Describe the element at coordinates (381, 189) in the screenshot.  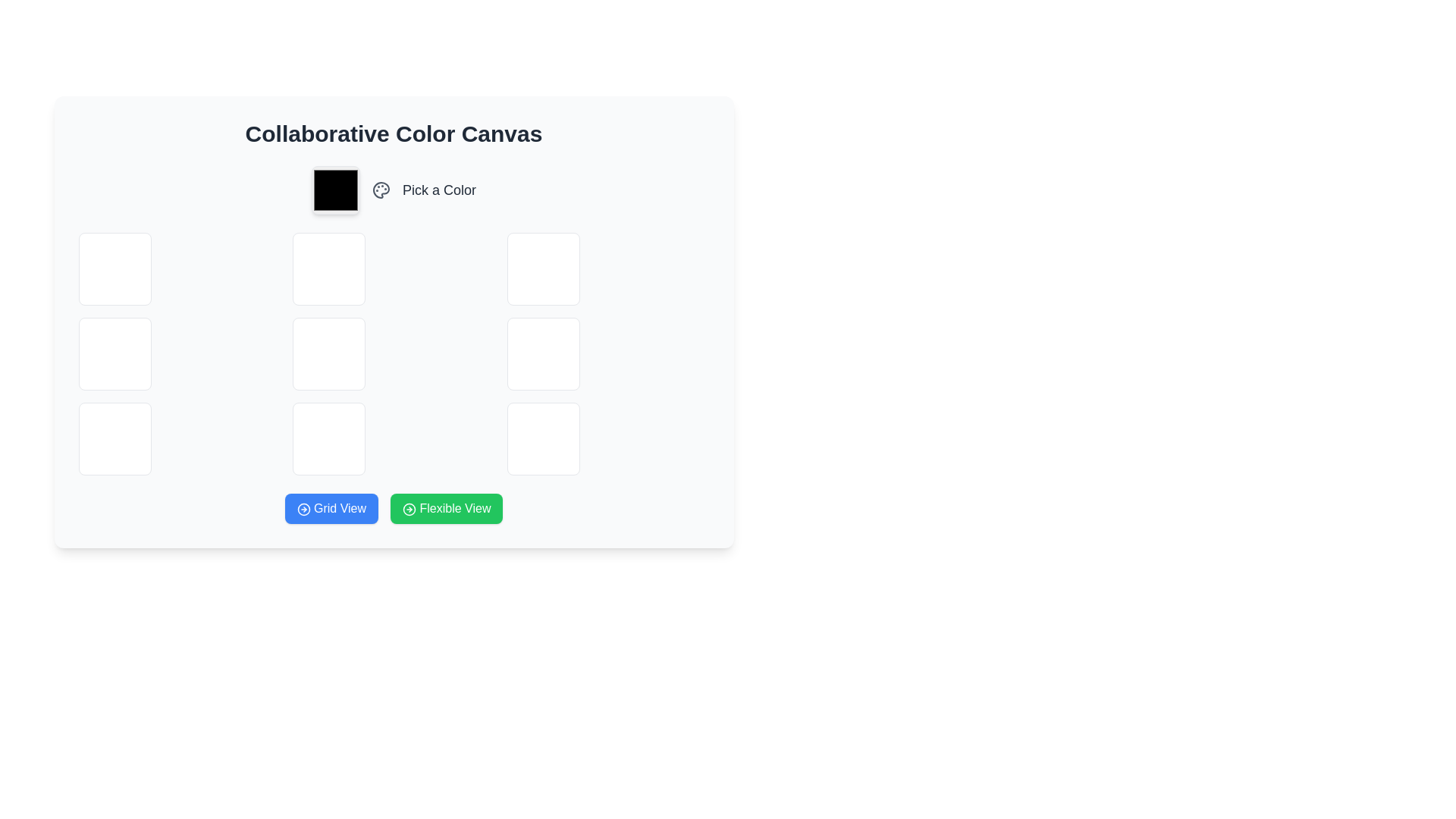
I see `the palette-like icon with multiple small holes resembling paint spots, styled in gray color, located to the right of the black color box and aligned horizontally with the 'Pick a Color.' label` at that location.